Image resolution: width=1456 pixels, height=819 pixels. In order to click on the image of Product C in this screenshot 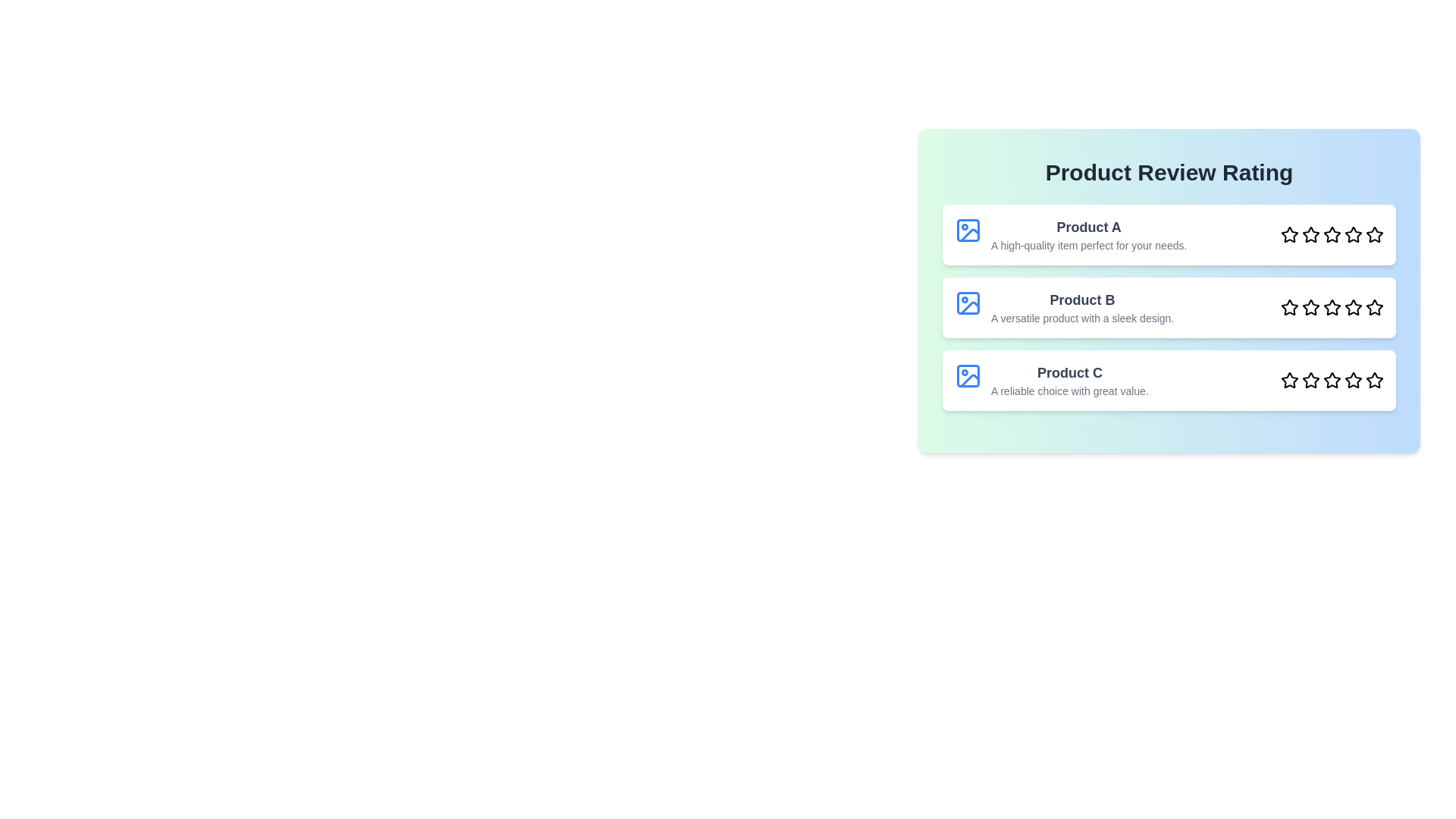, I will do `click(967, 375)`.